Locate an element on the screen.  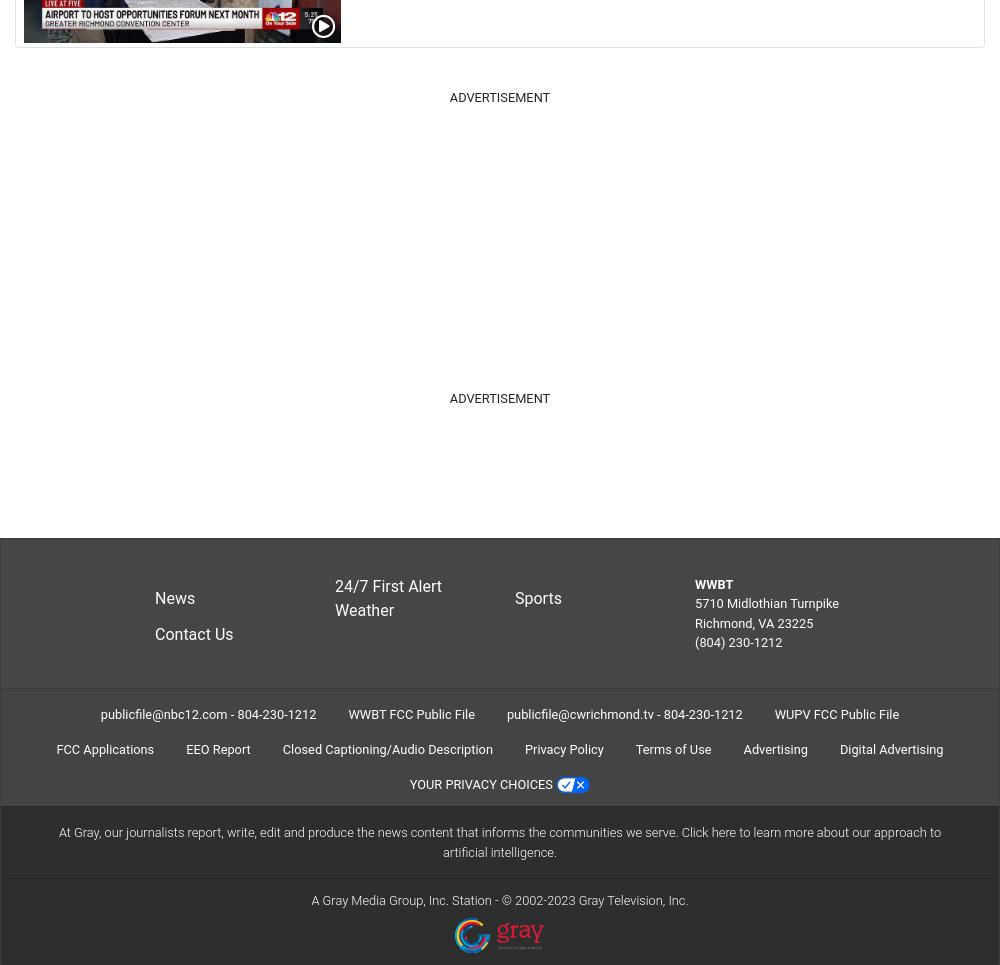
'Terms of Use' is located at coordinates (673, 748).